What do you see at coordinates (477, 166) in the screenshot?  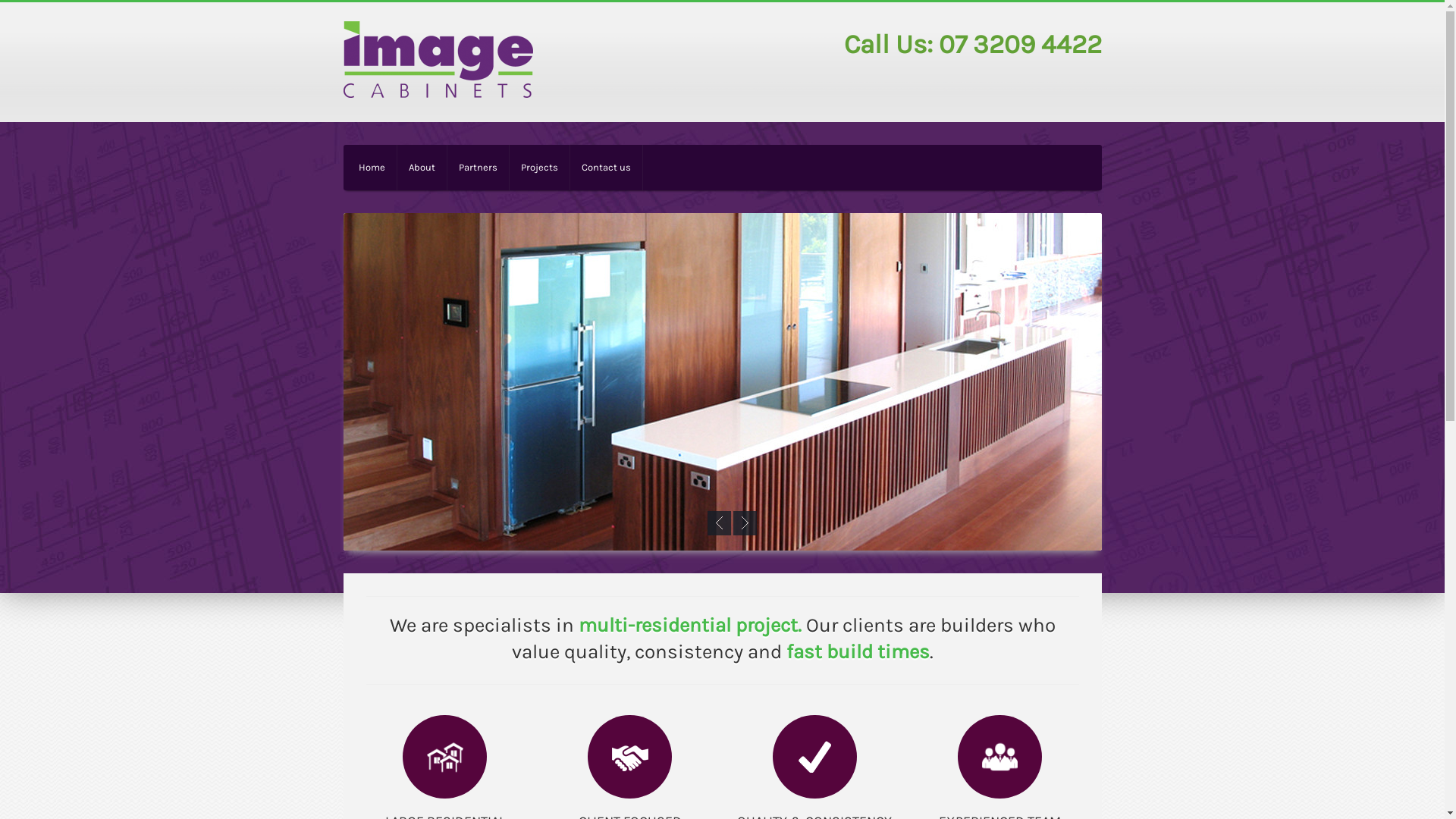 I see `'Partners'` at bounding box center [477, 166].